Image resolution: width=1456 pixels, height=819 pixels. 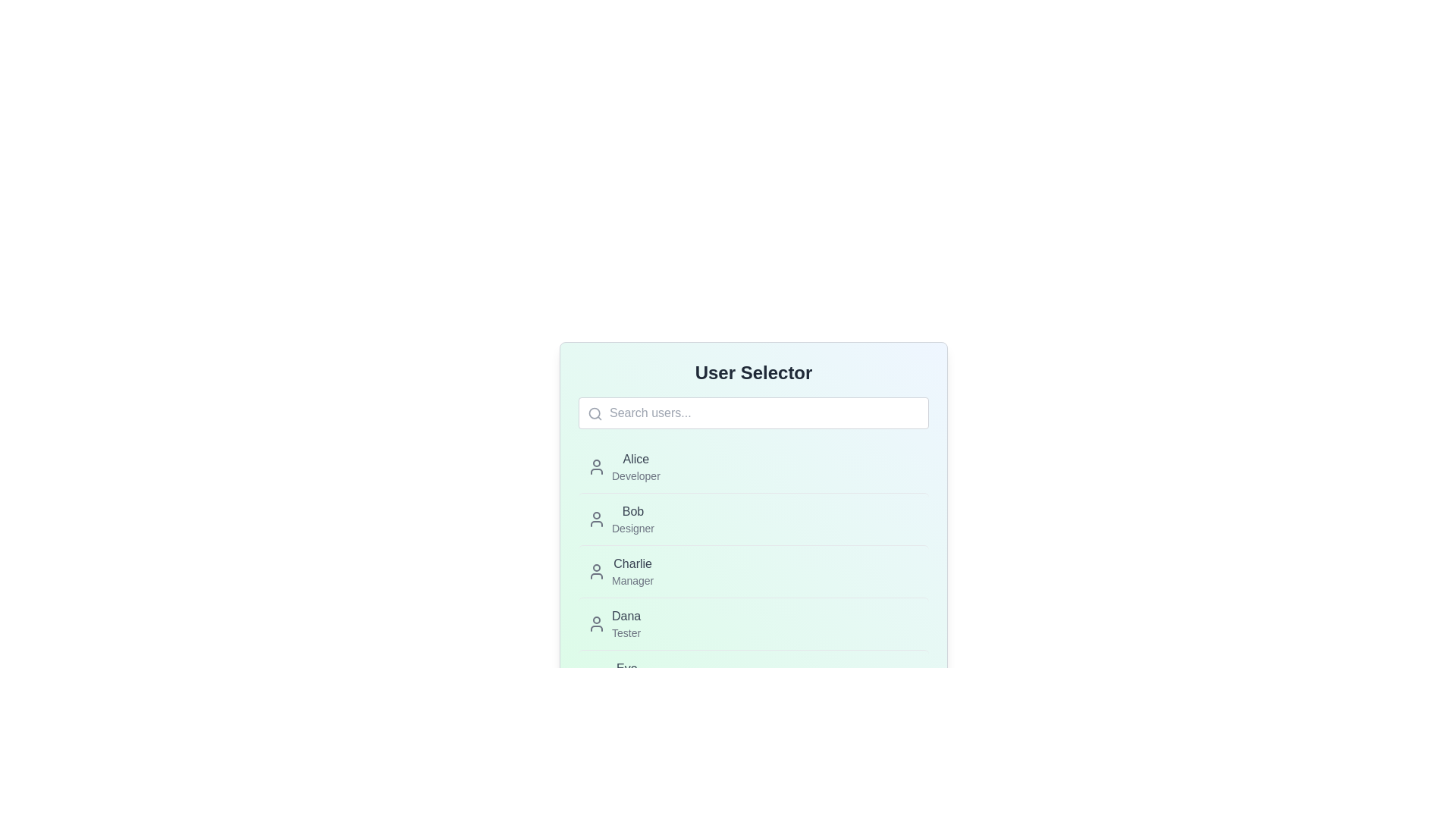 I want to click on the Text label that provides additional information about the user 'Bob', indicating their role as a Designer, located below the name 'Bob' in the user selection interface, so click(x=633, y=528).